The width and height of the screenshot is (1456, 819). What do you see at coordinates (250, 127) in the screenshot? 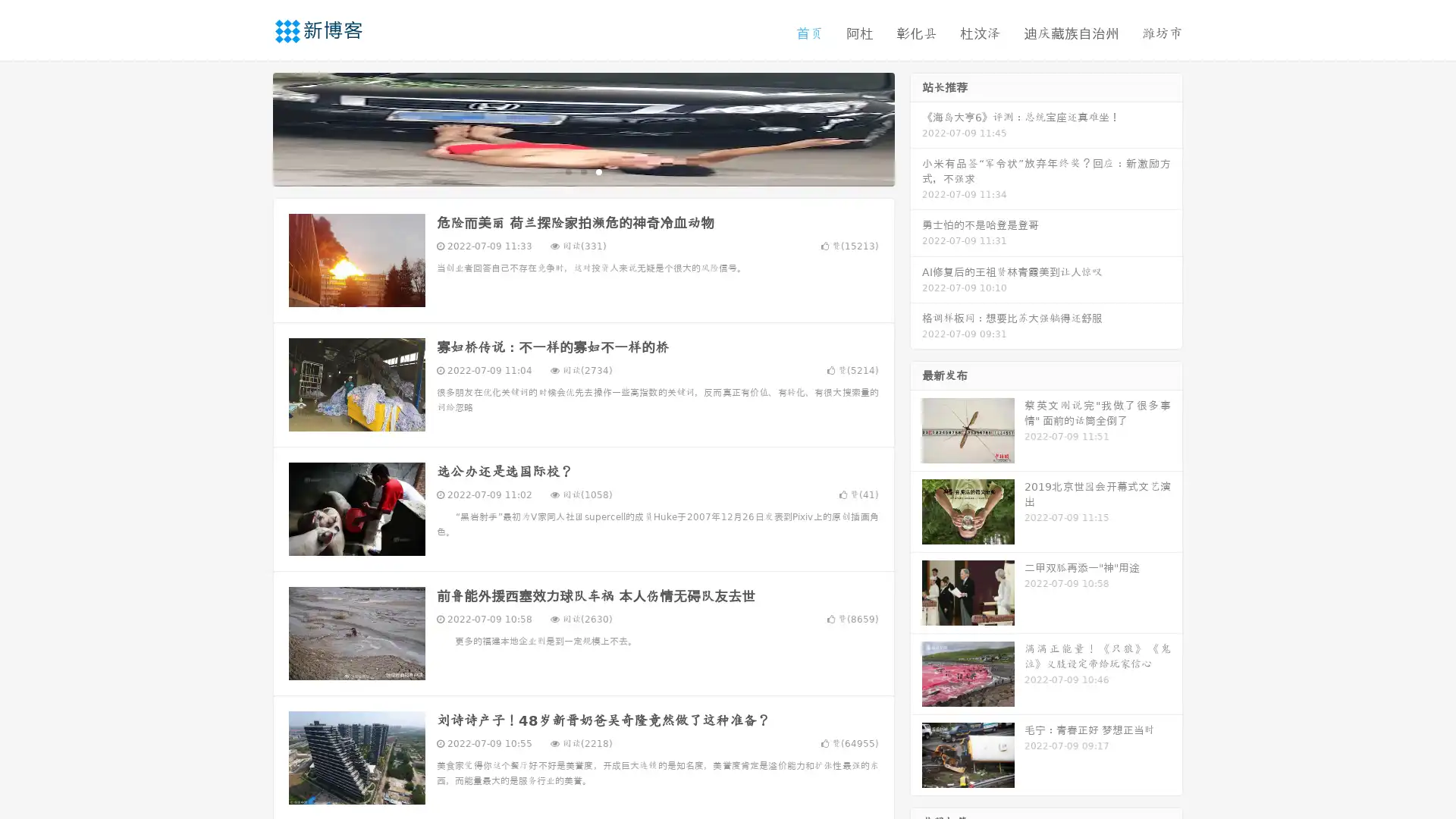
I see `Previous slide` at bounding box center [250, 127].